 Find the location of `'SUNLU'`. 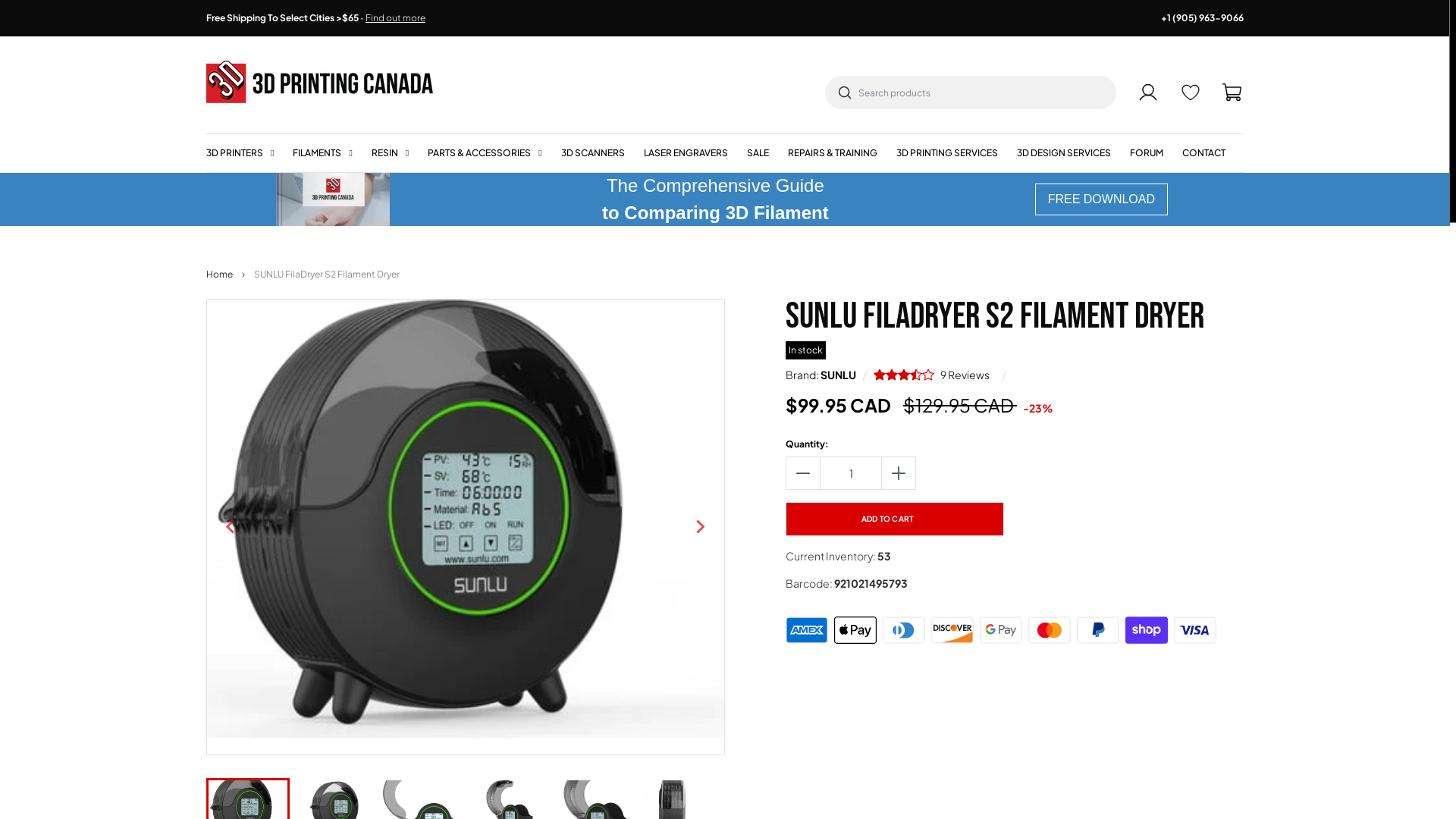

'SUNLU' is located at coordinates (837, 374).